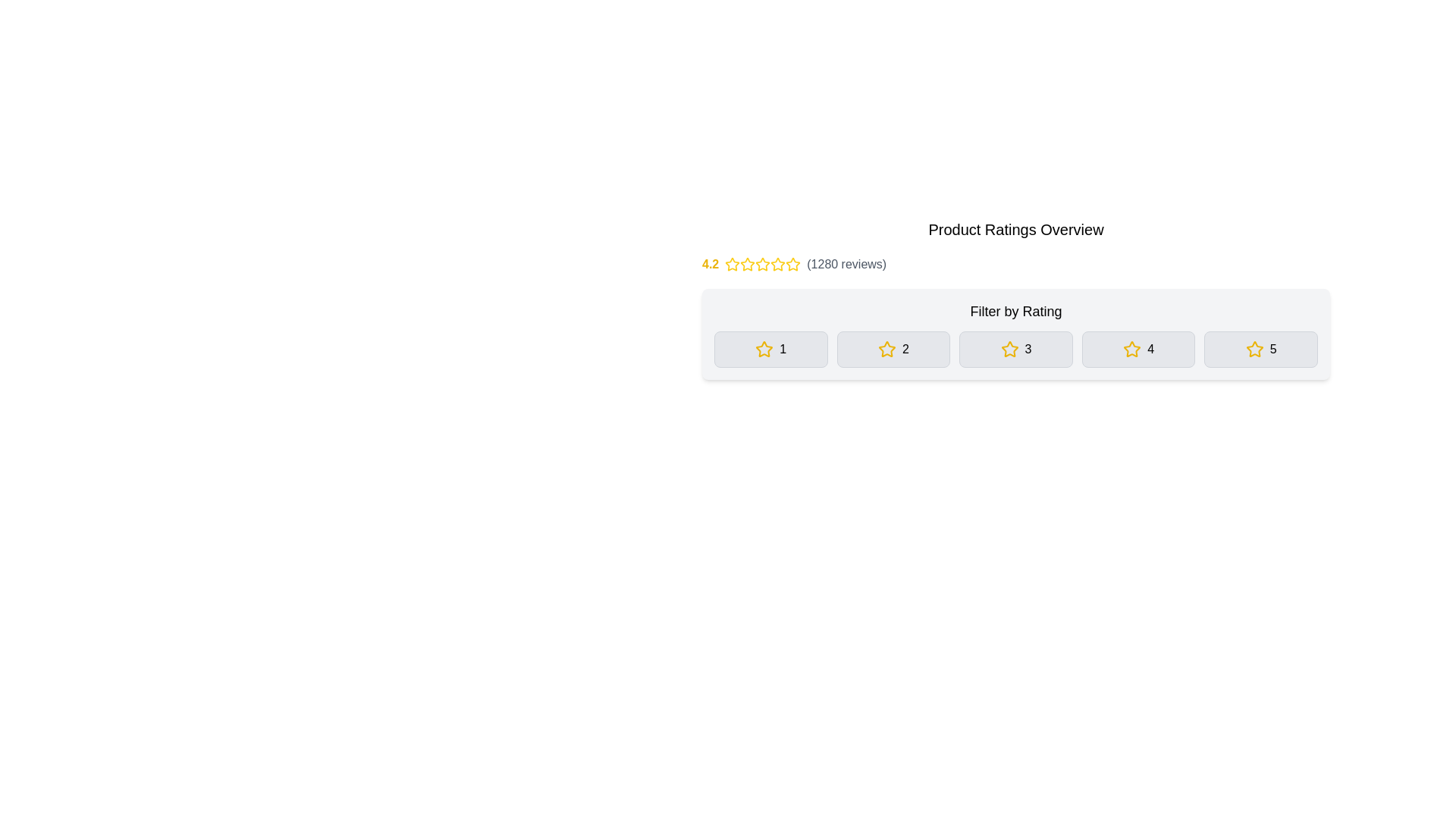  I want to click on the golden star icon with a hollow design in the 'Filter by Rating' section, so click(886, 350).